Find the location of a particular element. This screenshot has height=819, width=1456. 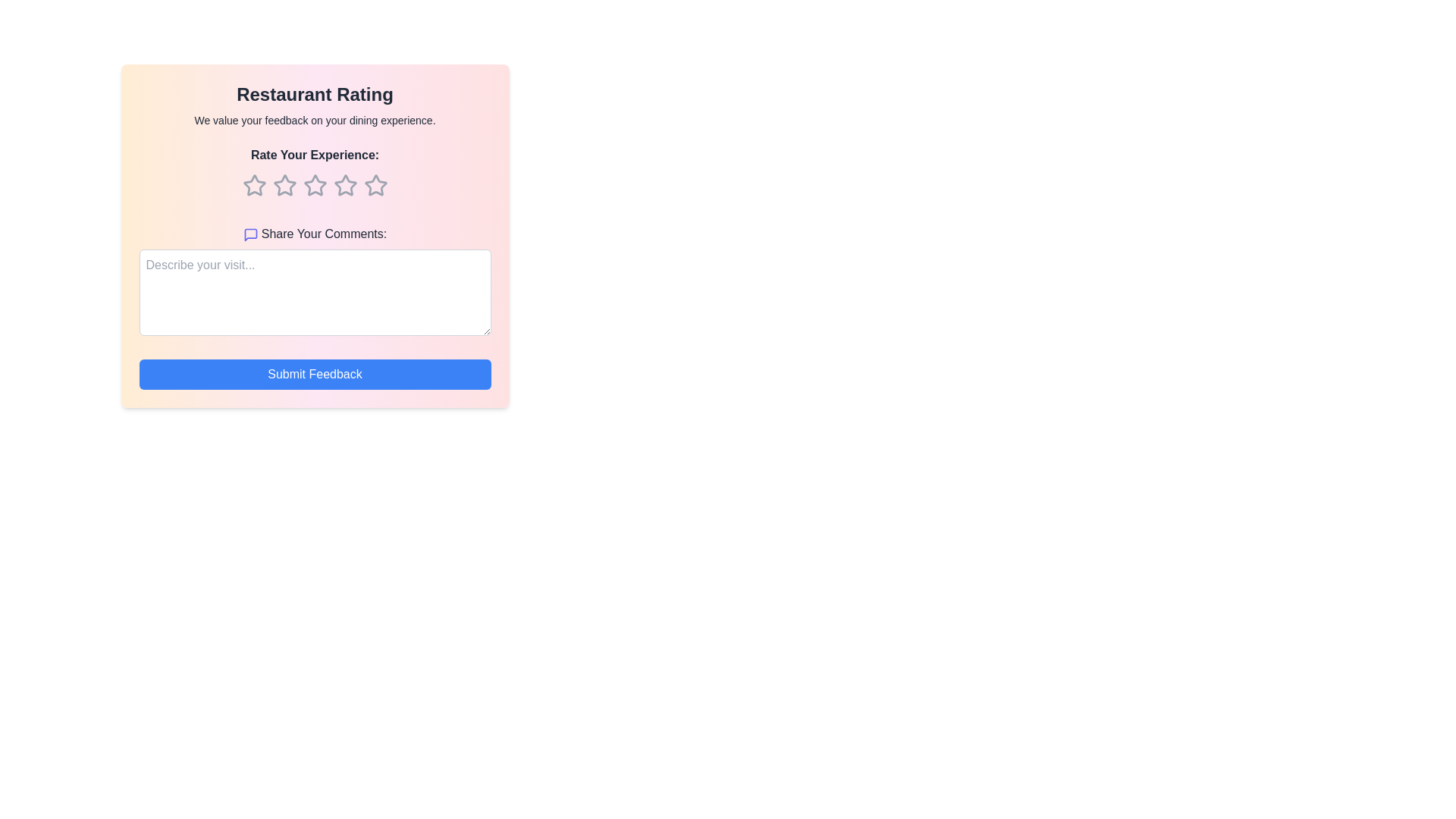

the text label that reads 'Rate Your Experience:', which is styled with bold serif typography and positioned prominently on a light background, located below the heading 'Restaurant Rating' is located at coordinates (314, 155).